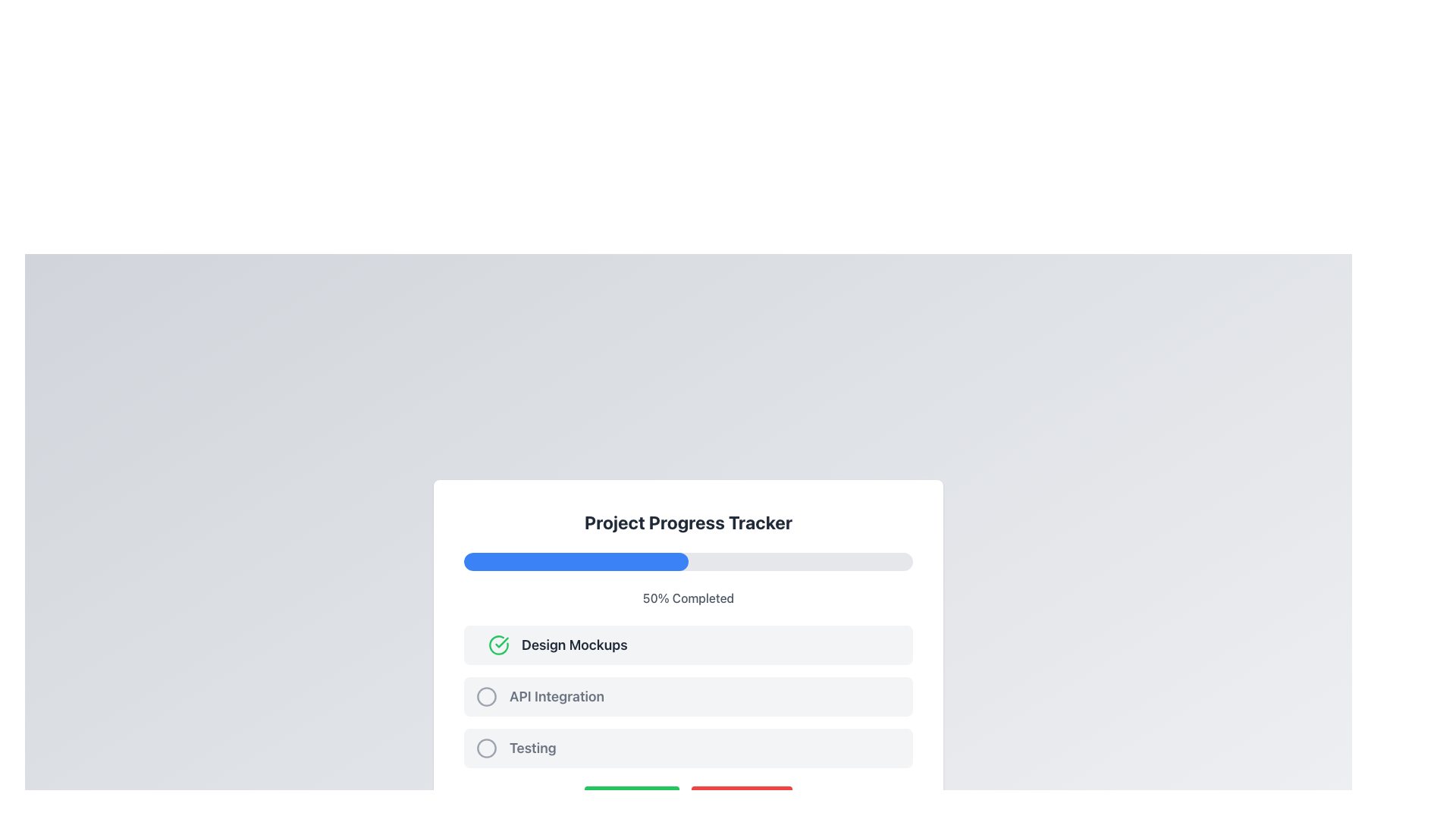  Describe the element at coordinates (742, 800) in the screenshot. I see `the red 'Decrease' button with white text, located at the bottom right of the interface, next to the 'Increase' button` at that location.